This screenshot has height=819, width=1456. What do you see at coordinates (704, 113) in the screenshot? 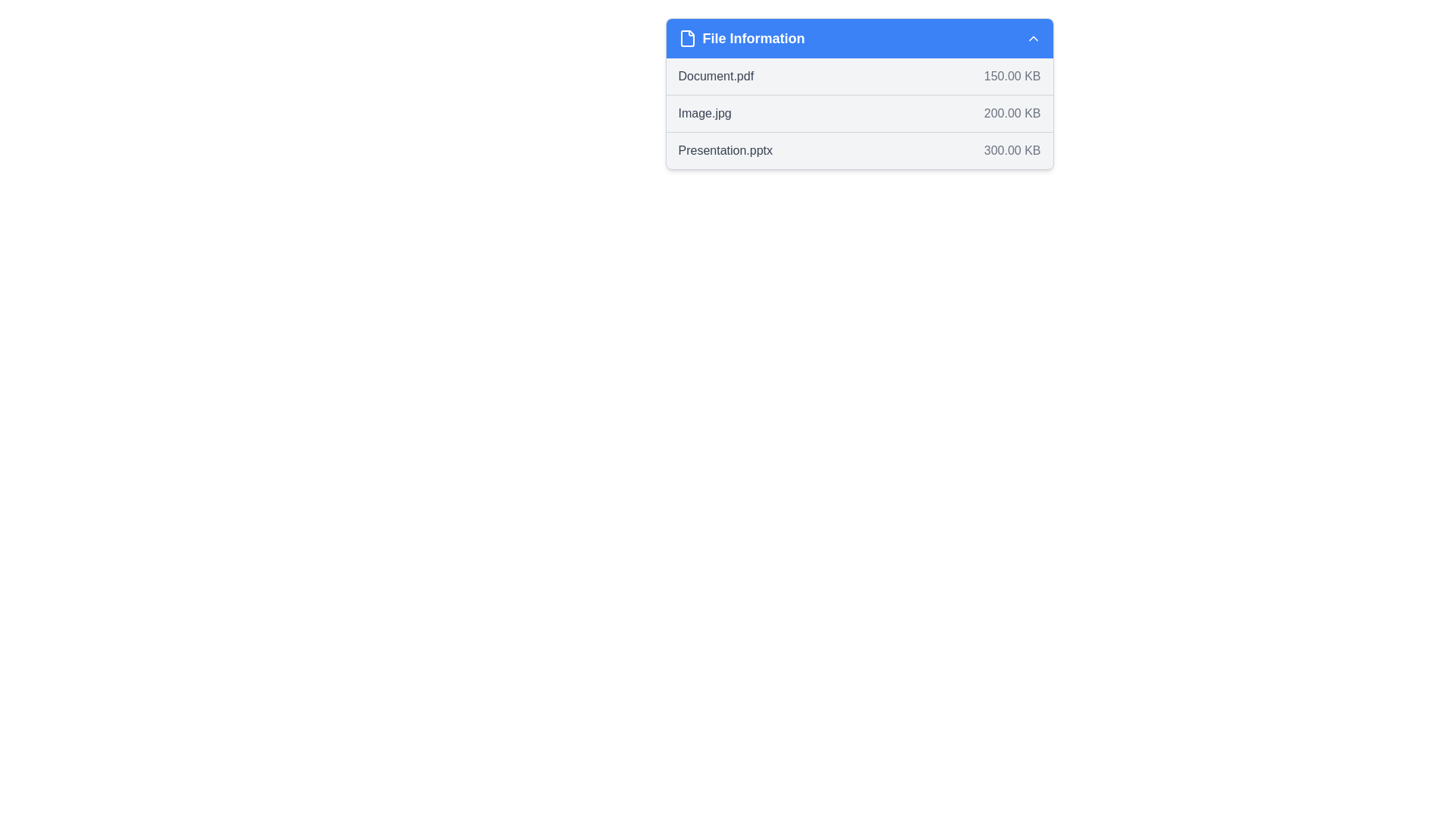
I see `the text label displaying 'Image.jpg' in a medium-sized gray font, located within the 'File Information' section` at bounding box center [704, 113].